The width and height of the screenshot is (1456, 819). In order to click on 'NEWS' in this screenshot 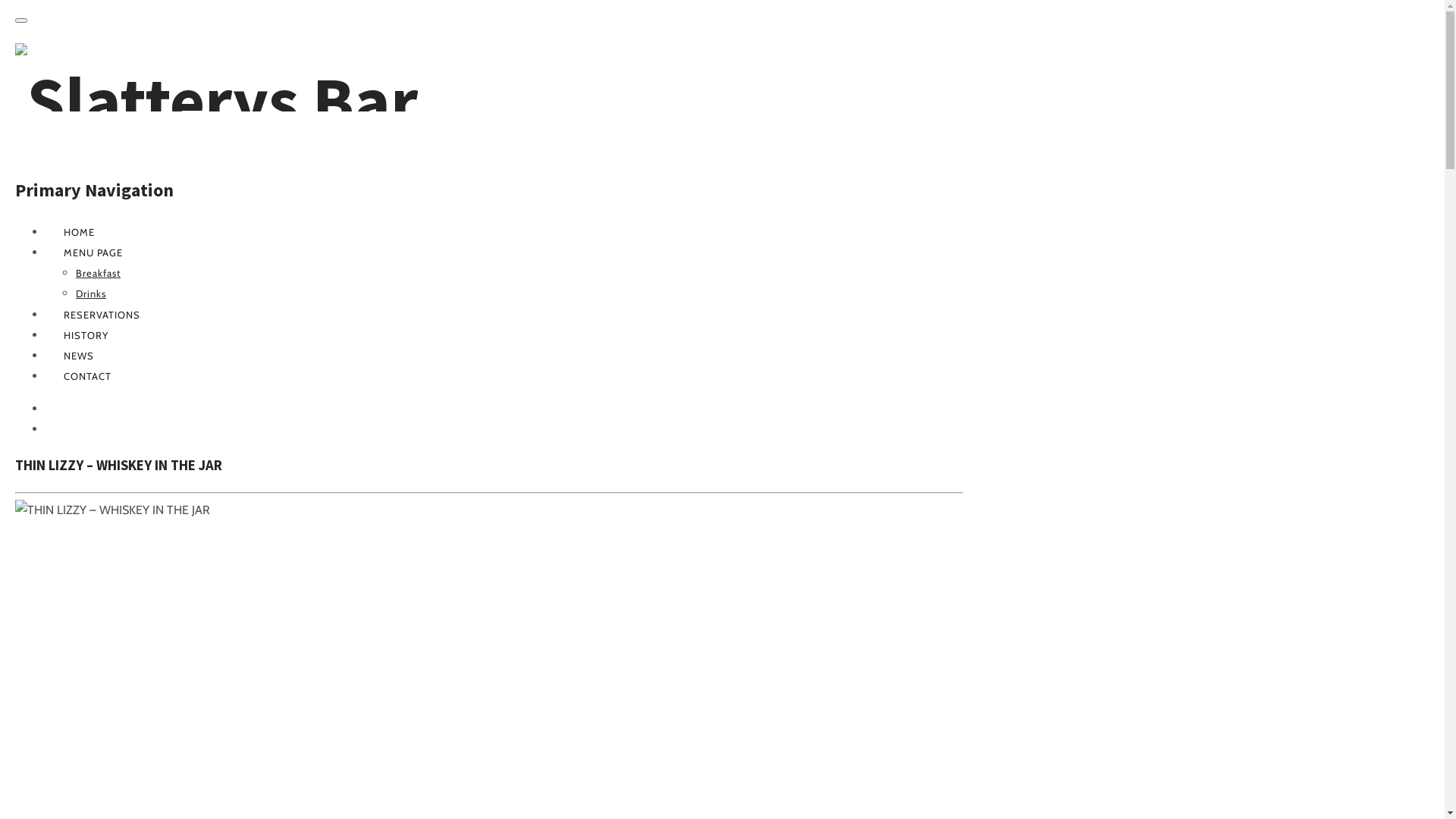, I will do `click(78, 356)`.